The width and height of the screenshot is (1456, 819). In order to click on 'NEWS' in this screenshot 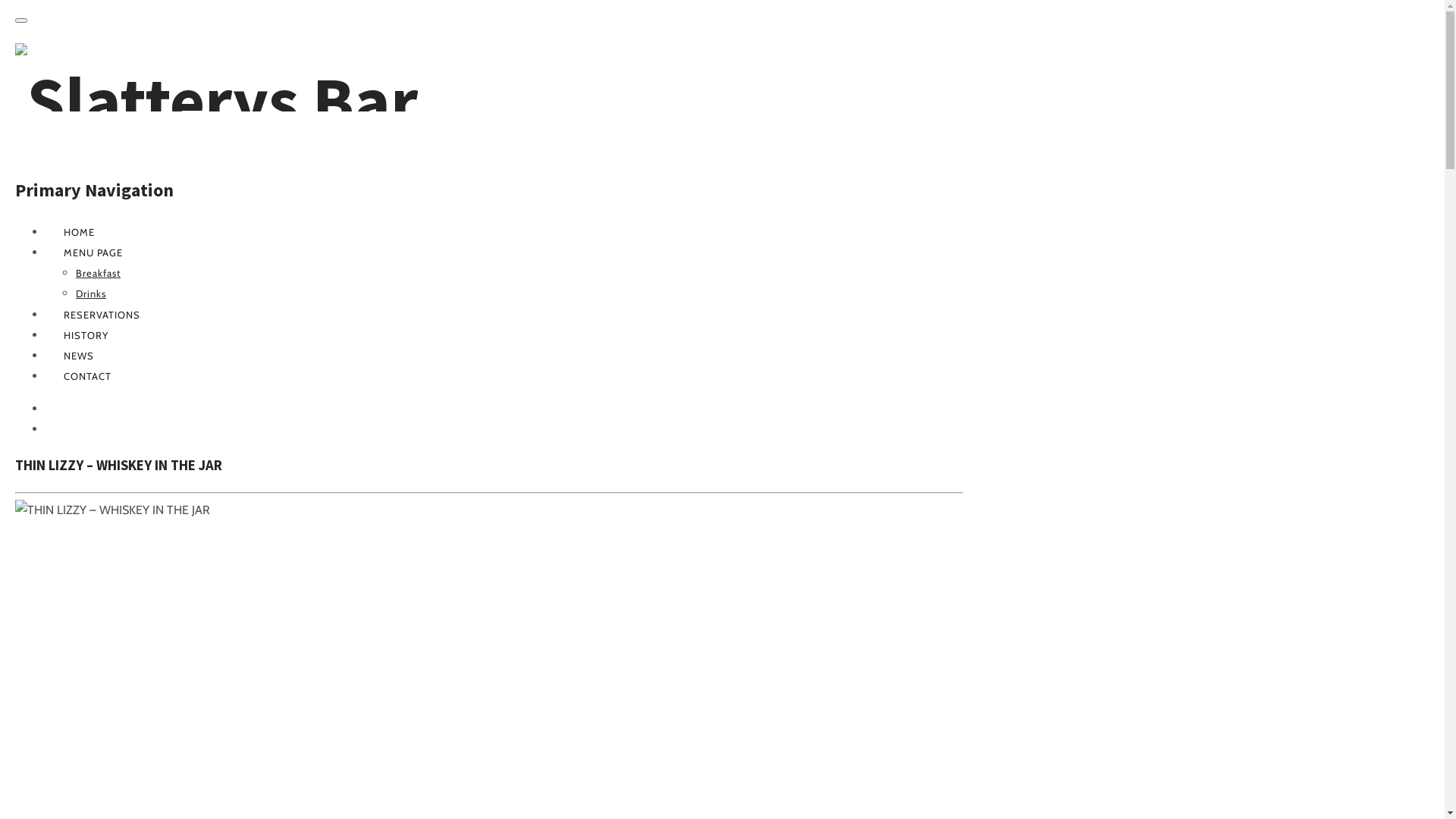, I will do `click(78, 356)`.